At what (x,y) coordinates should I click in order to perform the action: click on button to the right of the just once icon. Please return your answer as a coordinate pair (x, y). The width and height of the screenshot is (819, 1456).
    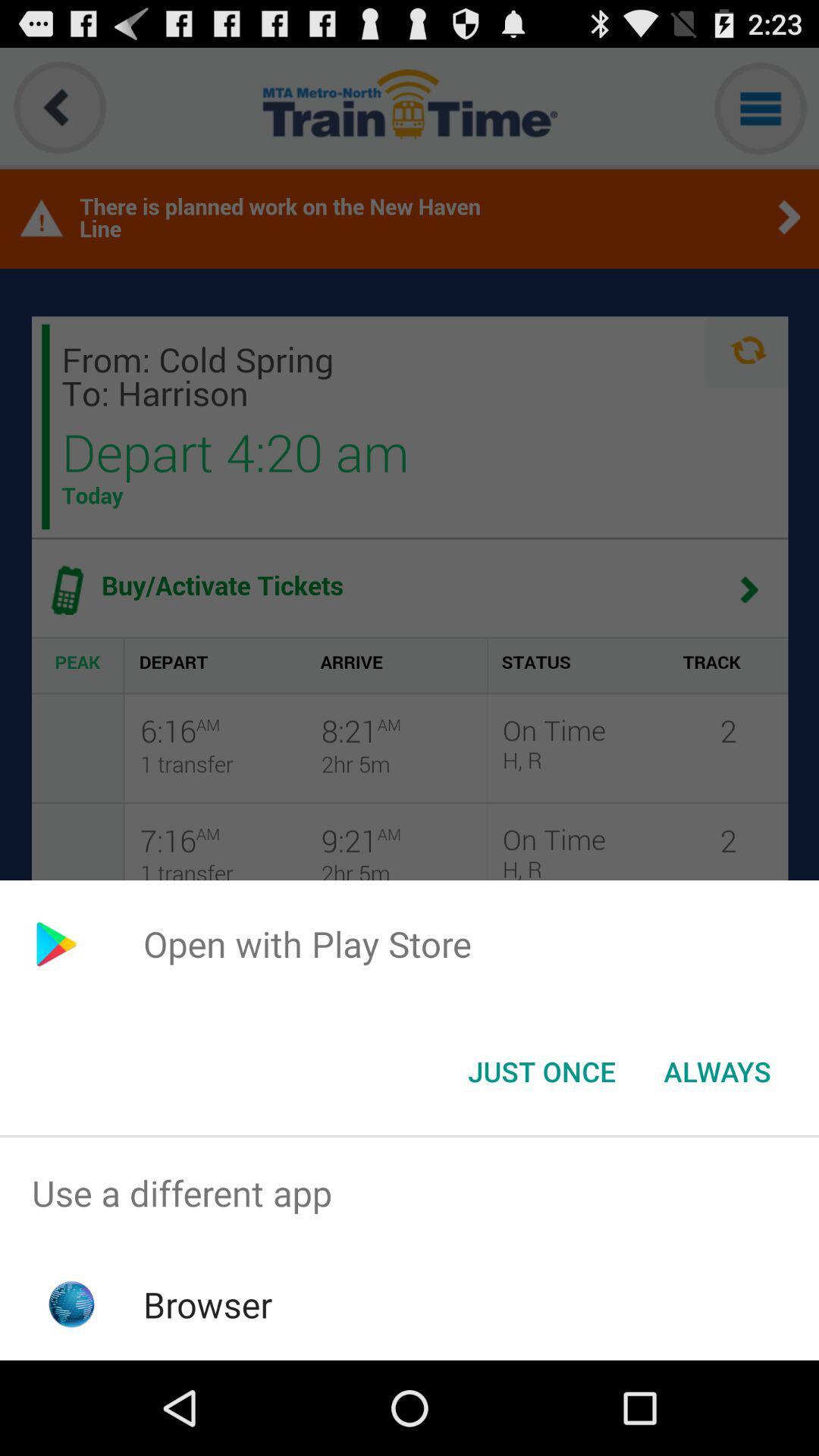
    Looking at the image, I should click on (717, 1070).